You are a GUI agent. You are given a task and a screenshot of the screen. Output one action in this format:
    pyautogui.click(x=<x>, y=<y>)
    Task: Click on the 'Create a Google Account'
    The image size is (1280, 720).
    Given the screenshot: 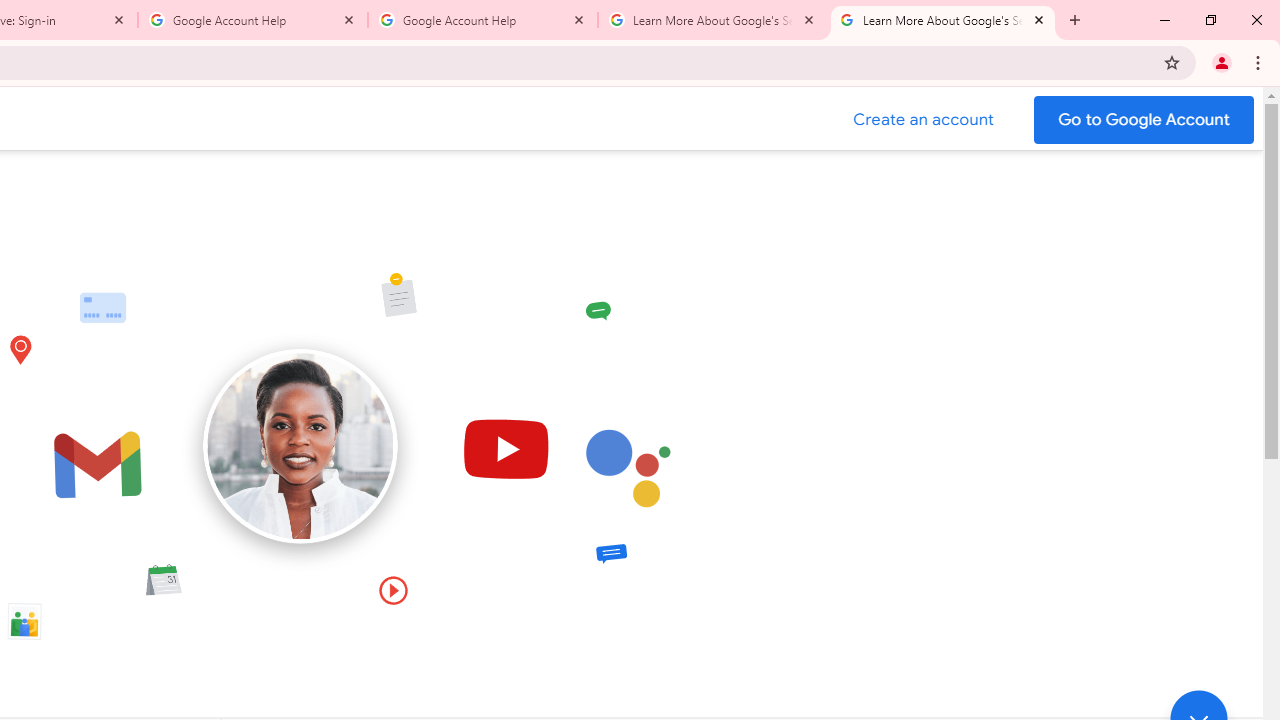 What is the action you would take?
    pyautogui.click(x=923, y=119)
    